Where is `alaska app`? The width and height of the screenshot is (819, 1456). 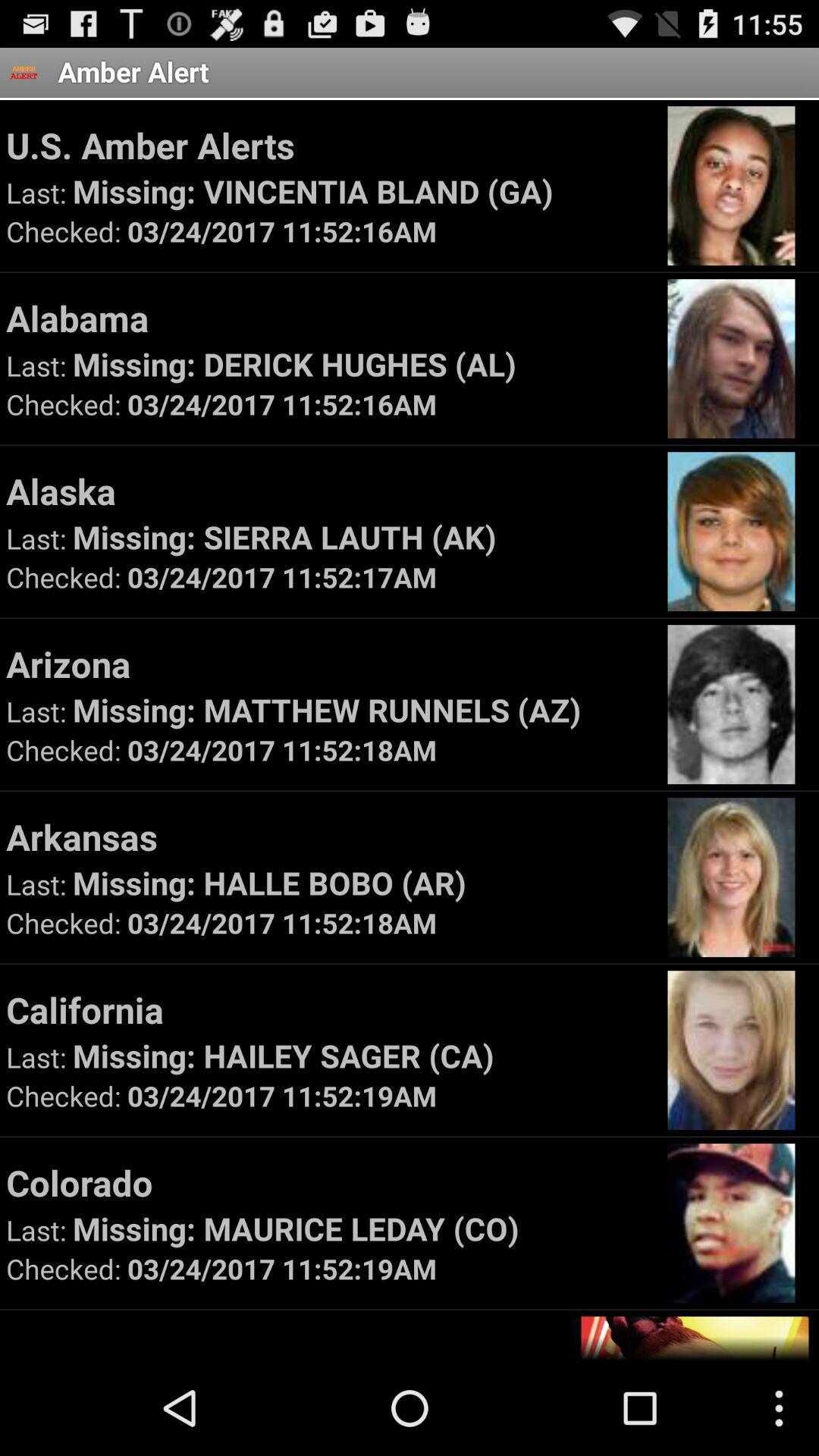
alaska app is located at coordinates (329, 491).